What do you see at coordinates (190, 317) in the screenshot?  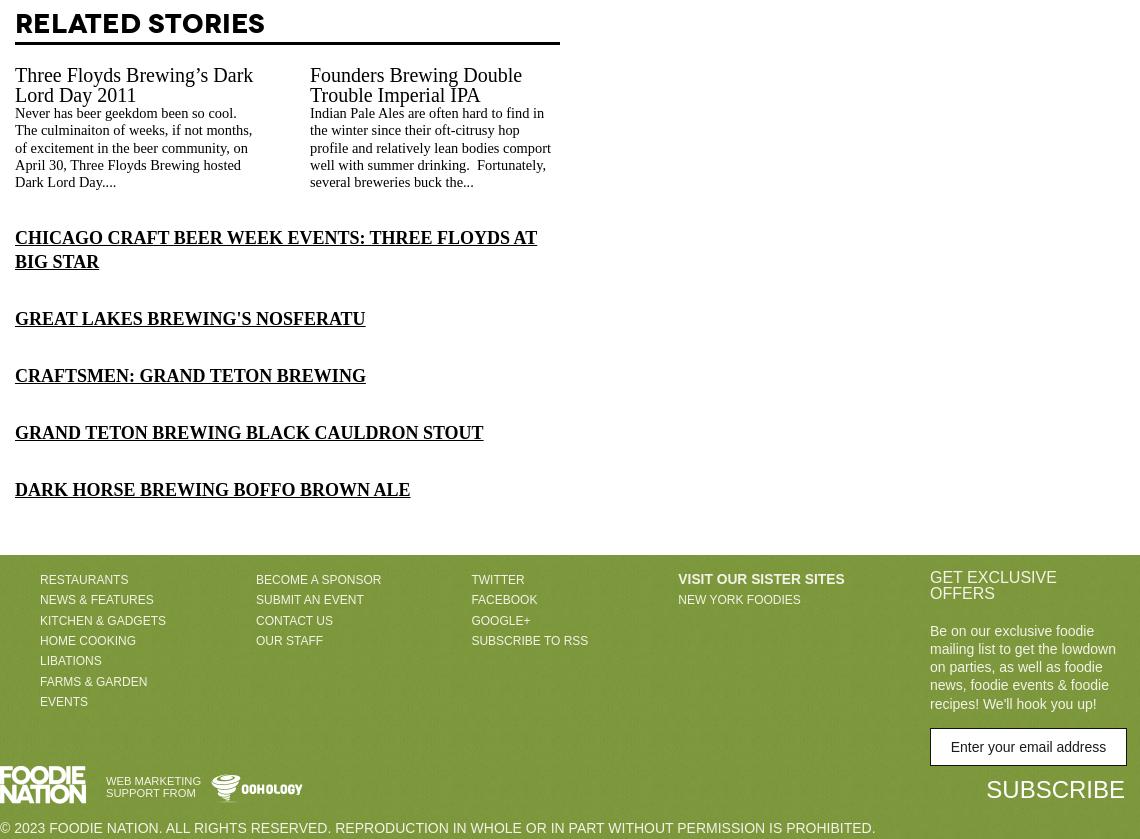 I see `'Great Lakes Brewing's Nosferatu'` at bounding box center [190, 317].